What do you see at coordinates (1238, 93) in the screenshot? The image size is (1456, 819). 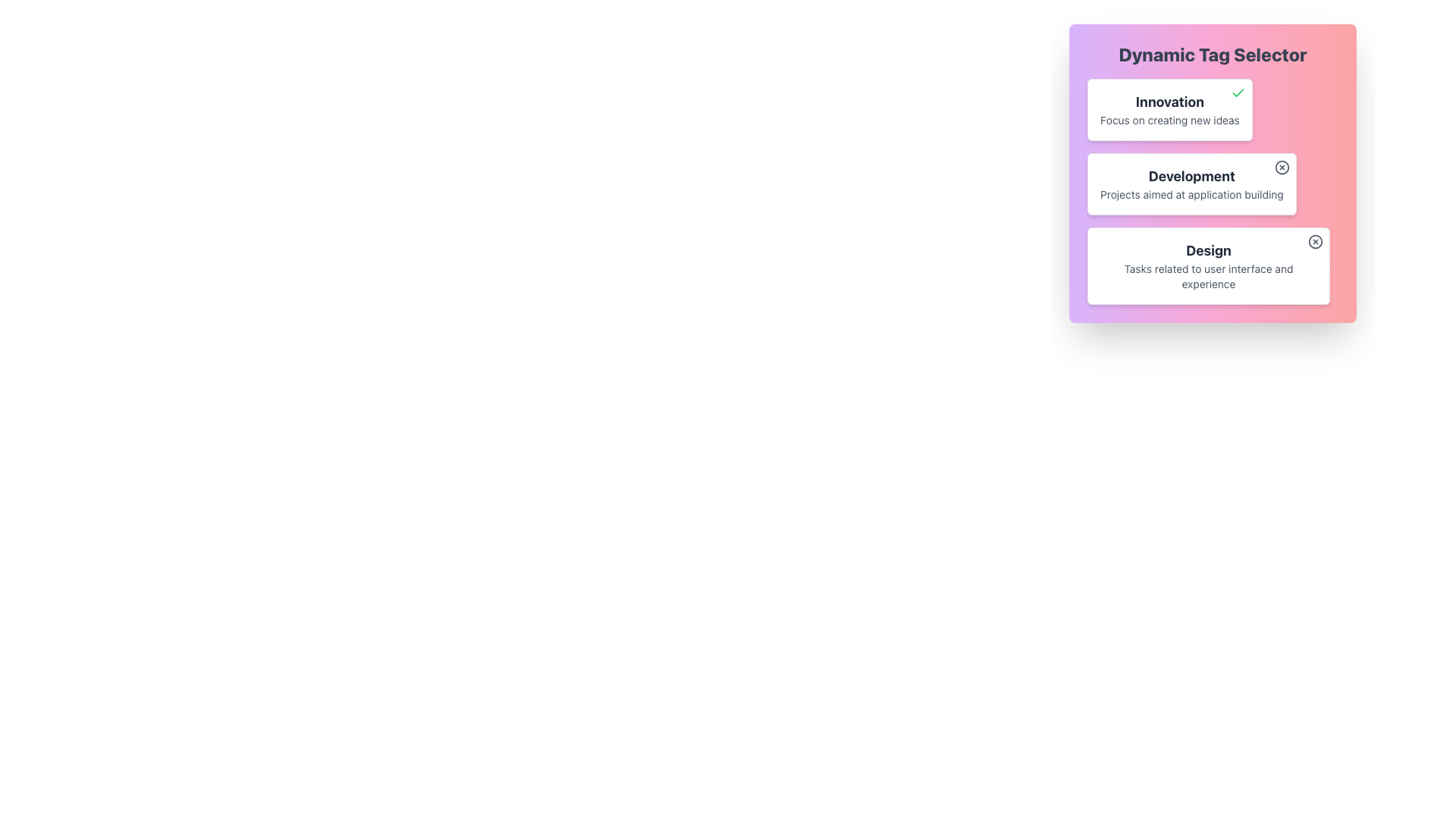 I see `the checkmark icon located in the top-right corner of the box containing the text 'Innovation' to indicate selection or confirmation` at bounding box center [1238, 93].